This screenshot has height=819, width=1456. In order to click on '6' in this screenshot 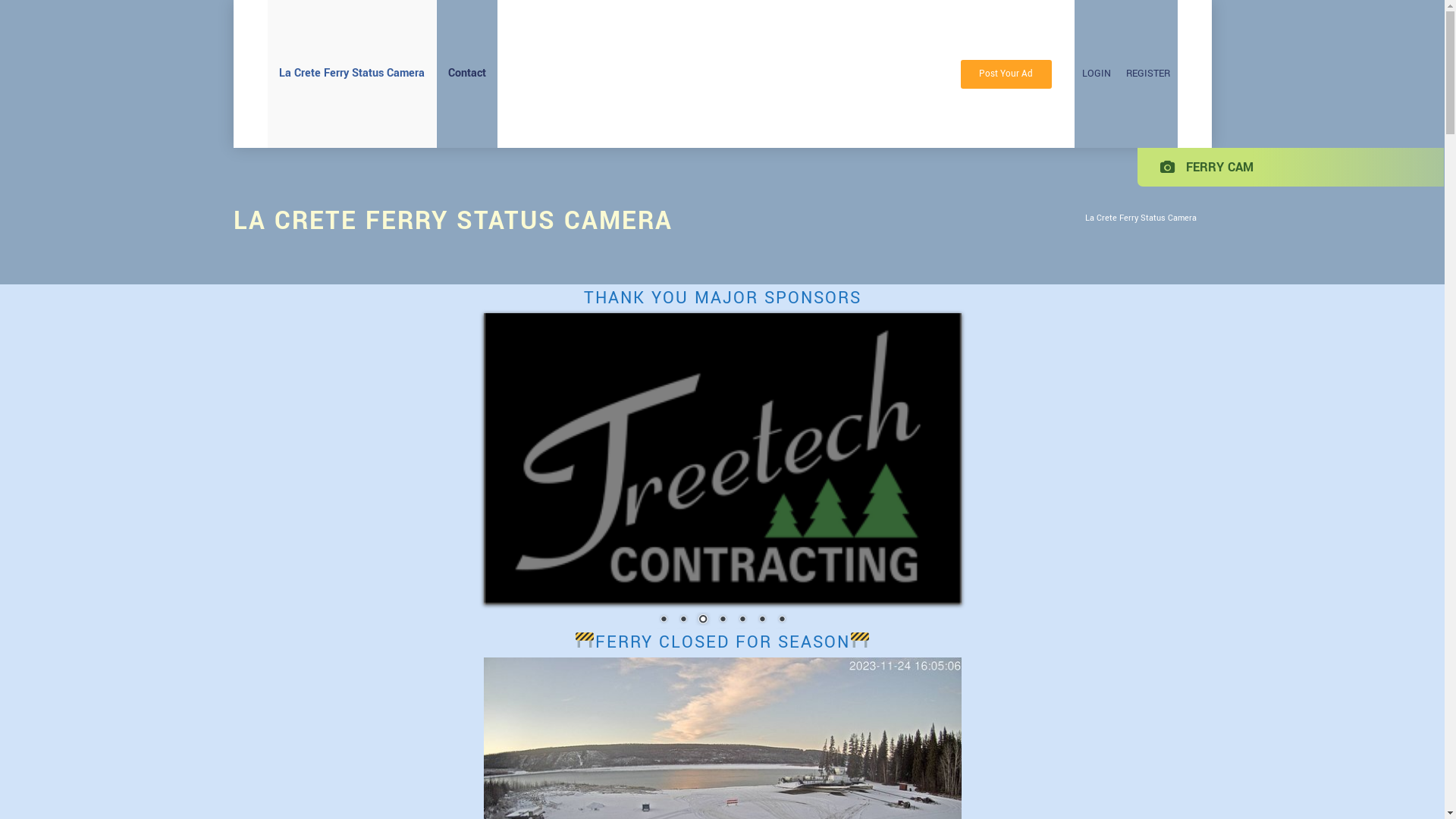, I will do `click(761, 620)`.